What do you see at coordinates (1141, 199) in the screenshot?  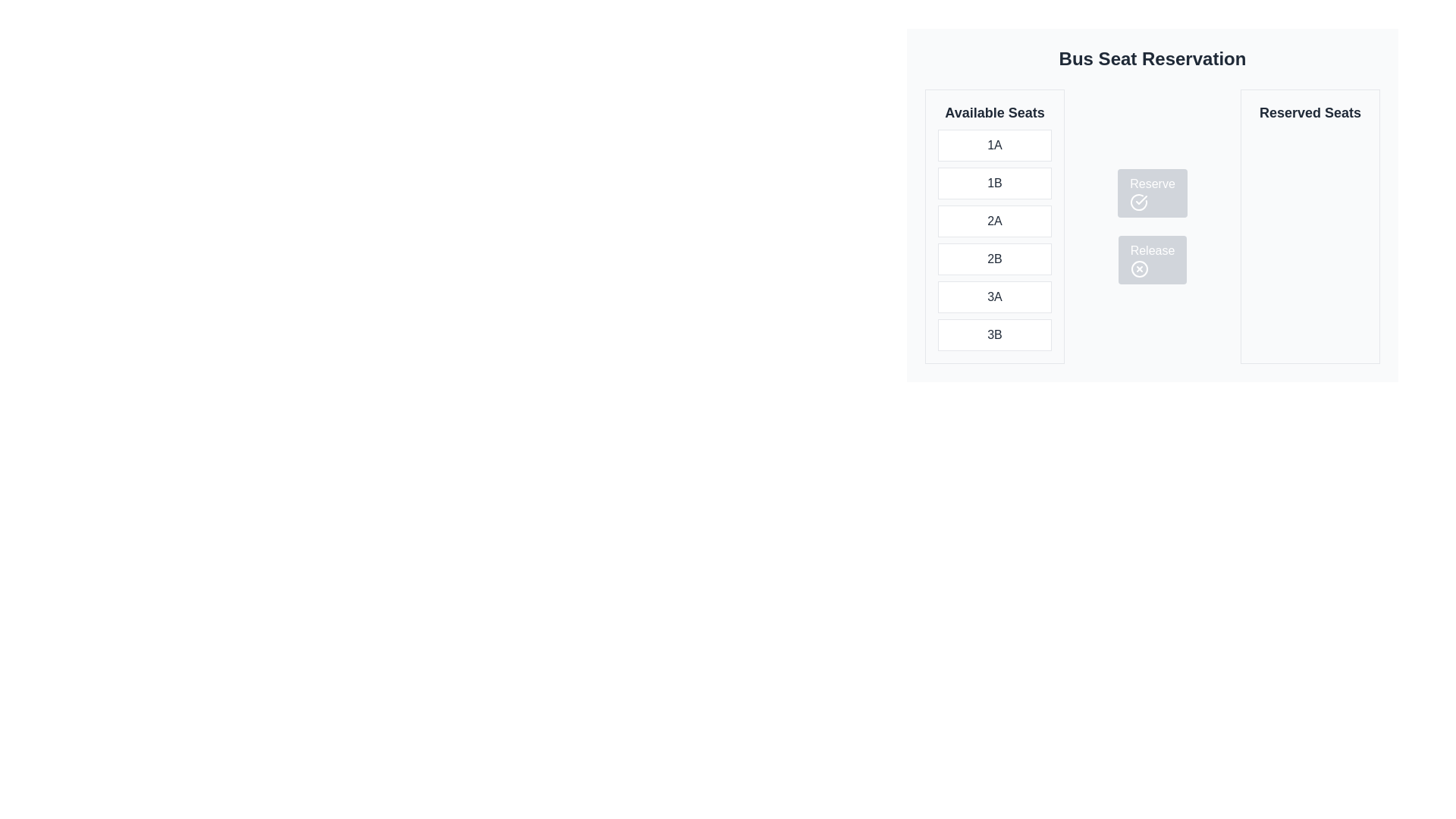 I see `the checkmark-shaped icon within the circular boundary, which is part of the 'Reserve' button located to the right of the 'Available Seats' column in the Bus Seat Reservation interface` at bounding box center [1141, 199].